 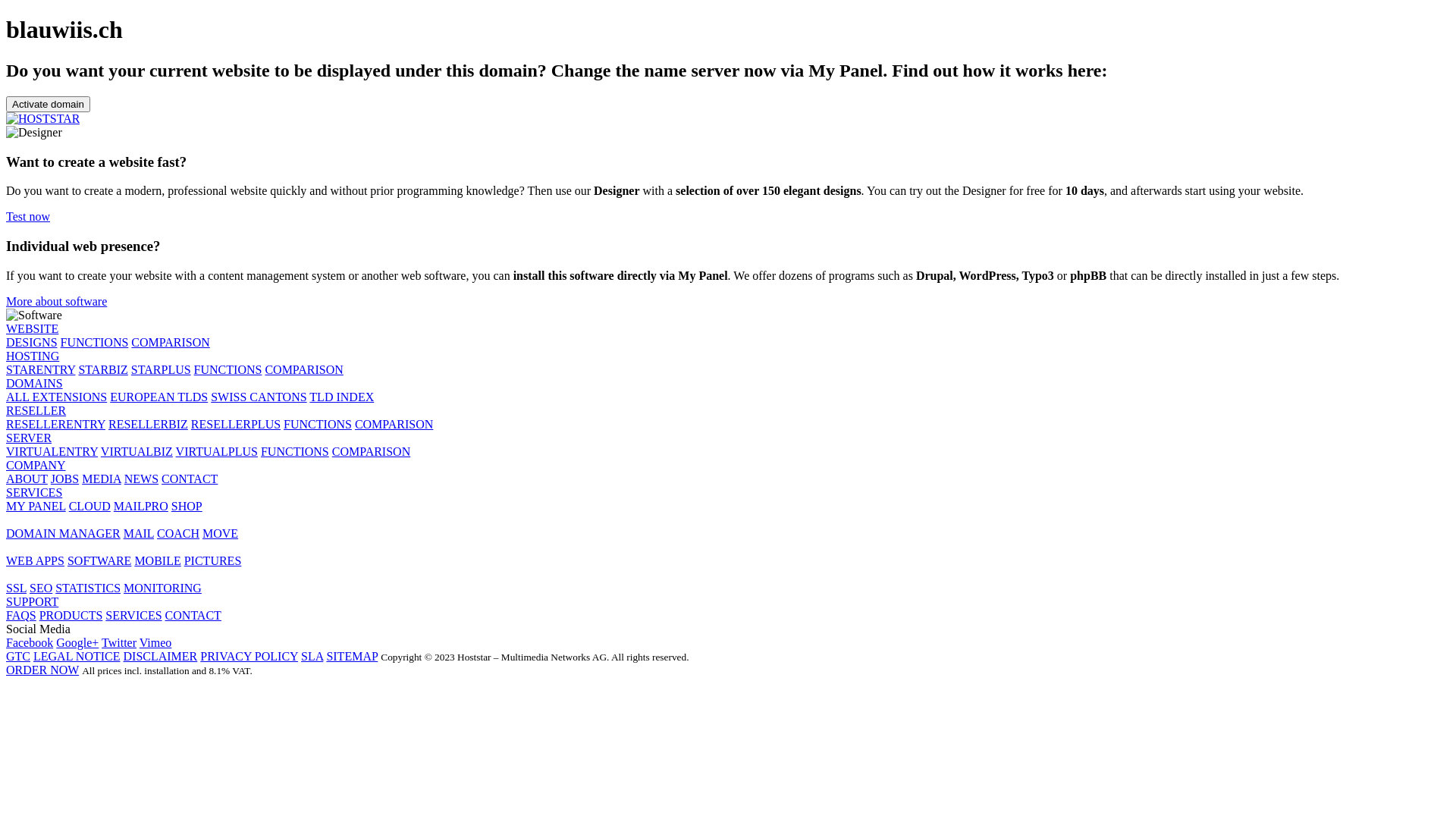 What do you see at coordinates (235, 424) in the screenshot?
I see `'RESELLERPLUS'` at bounding box center [235, 424].